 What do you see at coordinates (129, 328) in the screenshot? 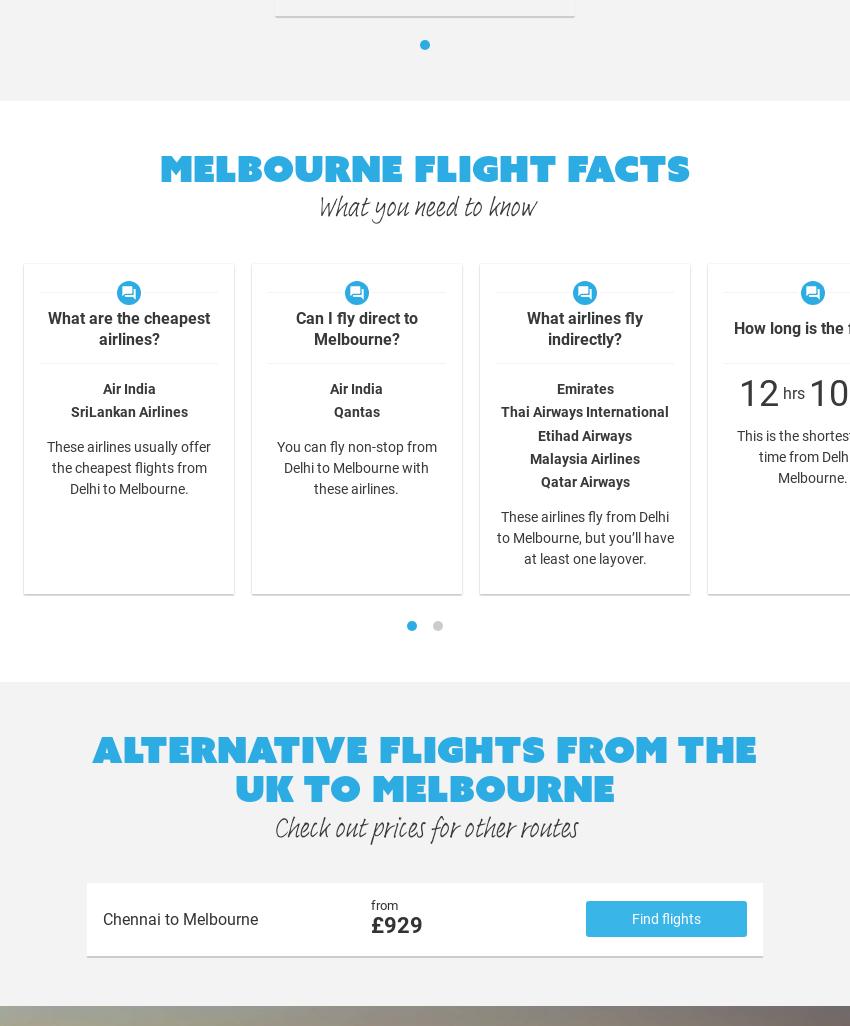
I see `'What are the cheapest airlines?'` at bounding box center [129, 328].